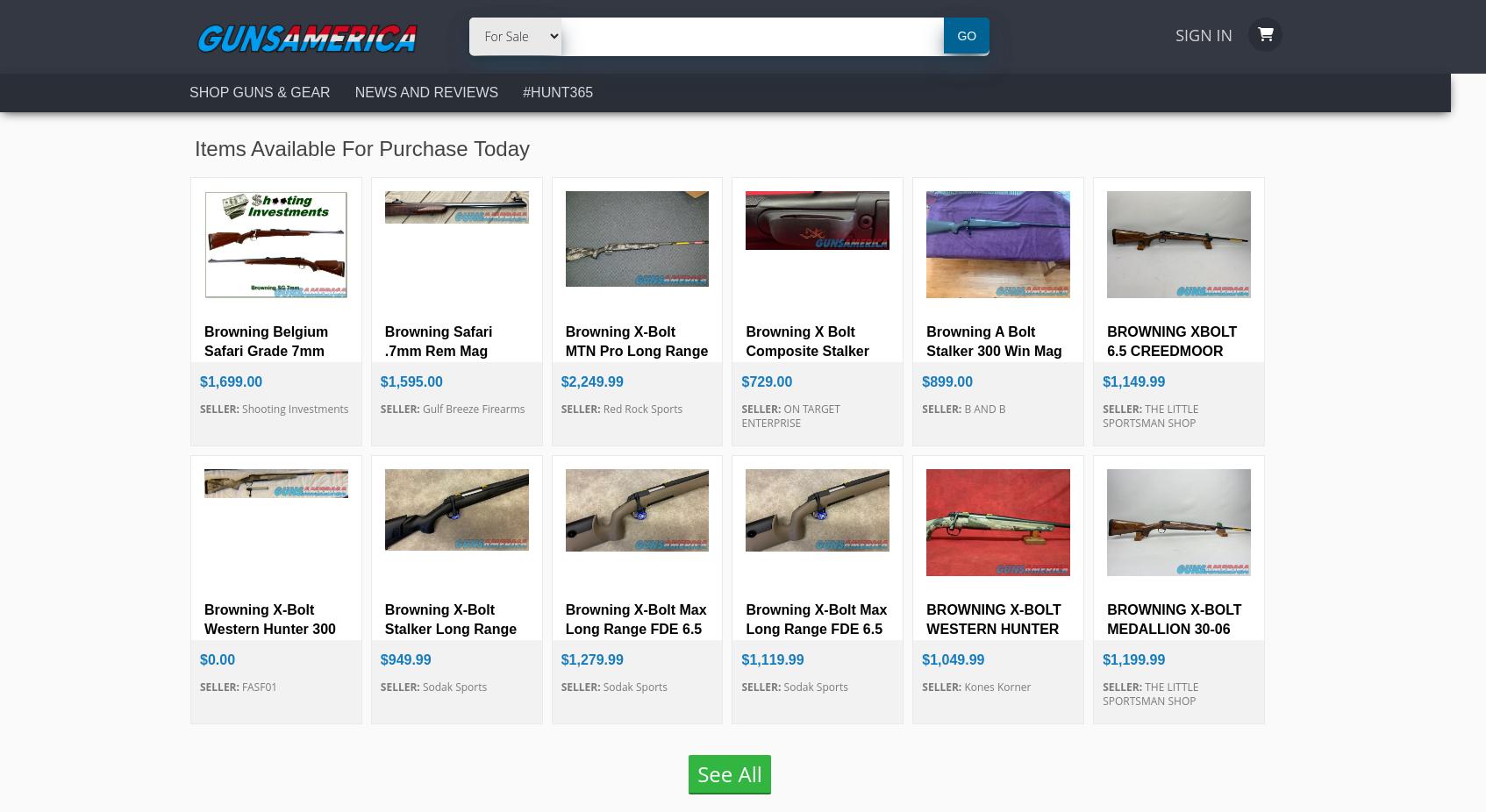  Describe the element at coordinates (269, 629) in the screenshot. I see `'Browning X-Bolt Western Hunter 300 PRC N...'` at that location.